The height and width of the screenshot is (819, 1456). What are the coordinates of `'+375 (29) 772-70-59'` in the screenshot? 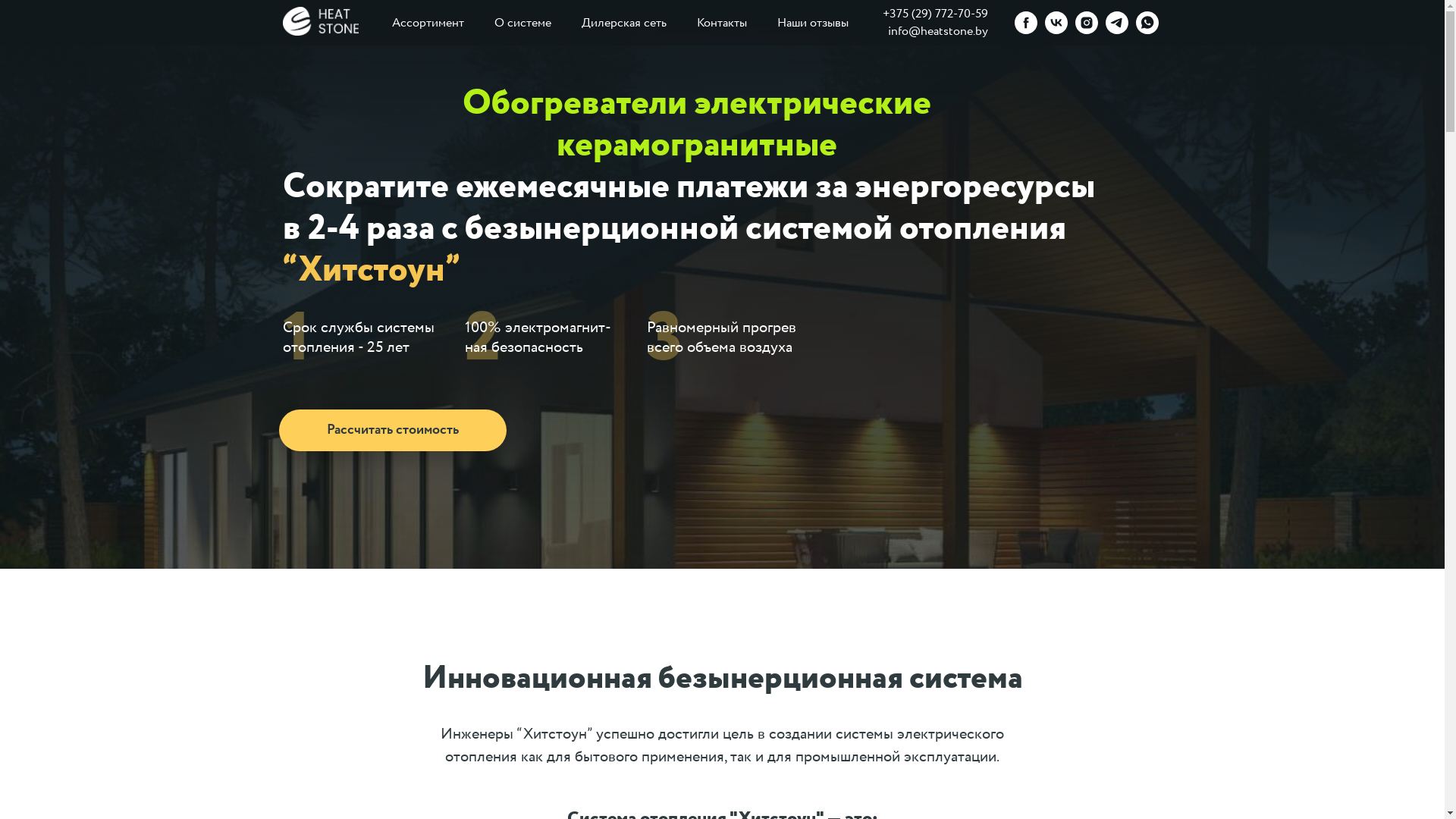 It's located at (934, 14).